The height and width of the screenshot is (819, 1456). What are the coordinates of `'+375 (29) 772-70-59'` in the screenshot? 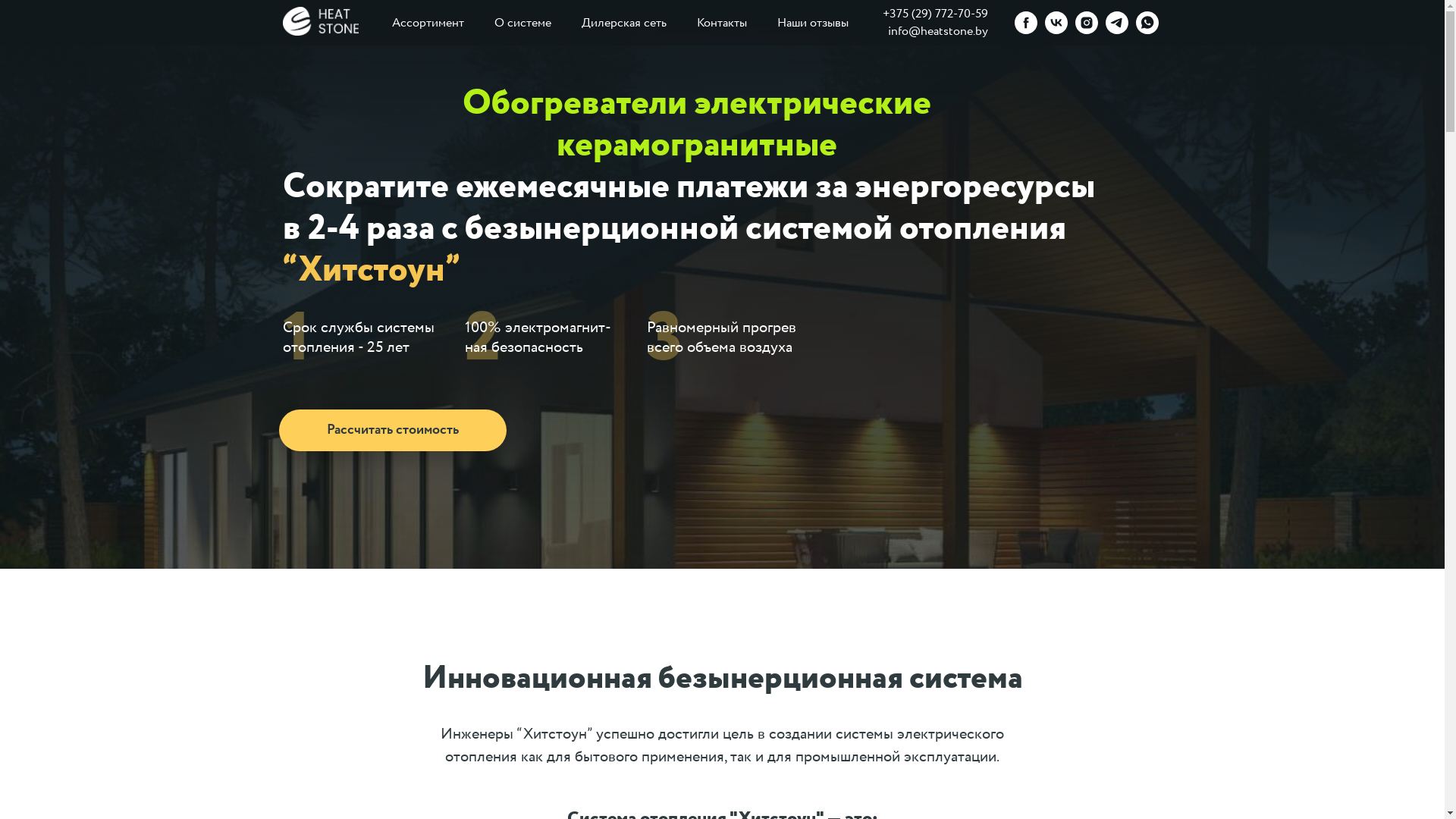 It's located at (934, 14).